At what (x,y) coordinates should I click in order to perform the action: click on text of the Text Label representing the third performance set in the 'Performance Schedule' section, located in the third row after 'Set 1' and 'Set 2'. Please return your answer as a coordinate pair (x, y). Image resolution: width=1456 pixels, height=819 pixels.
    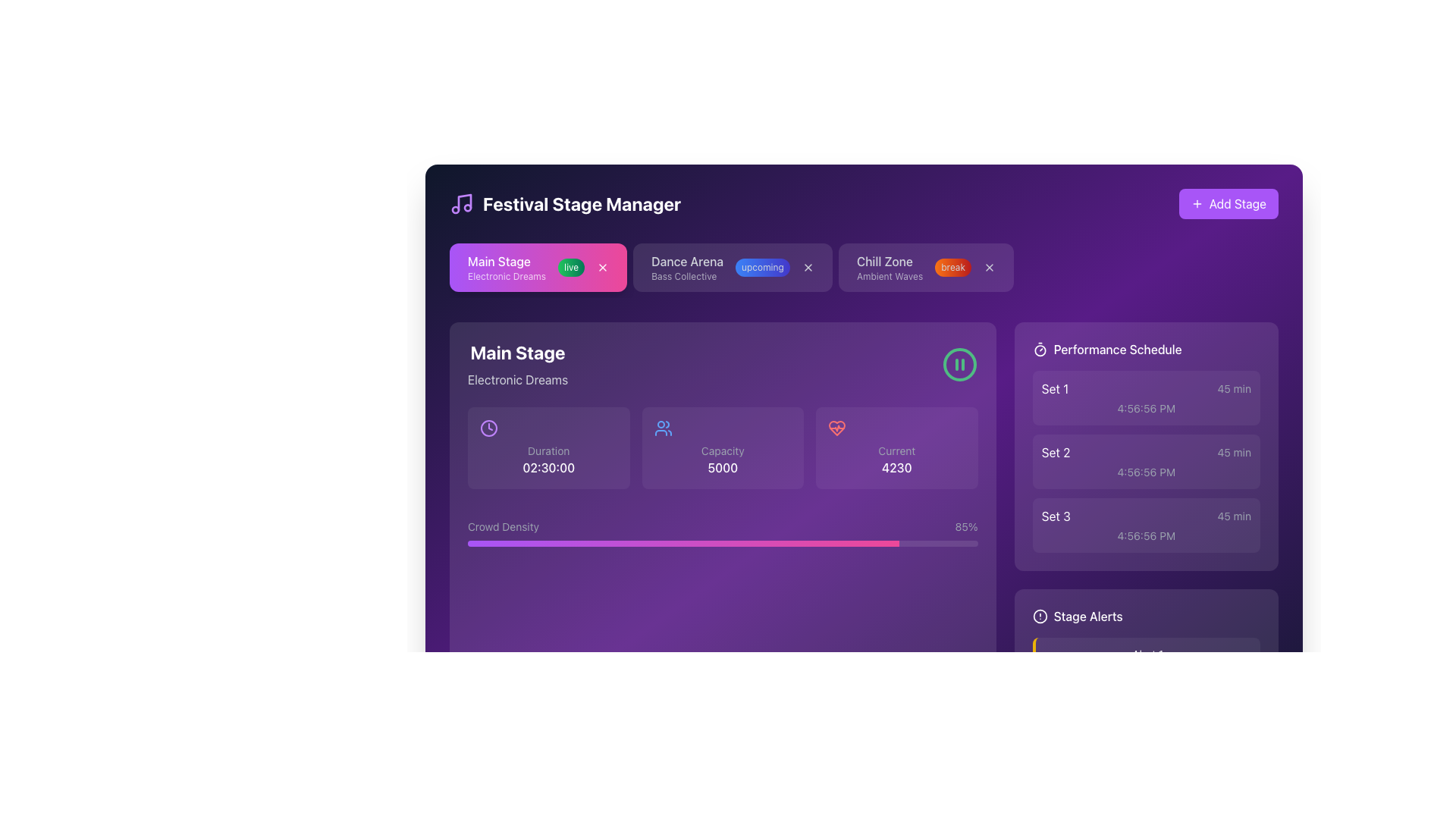
    Looking at the image, I should click on (1055, 516).